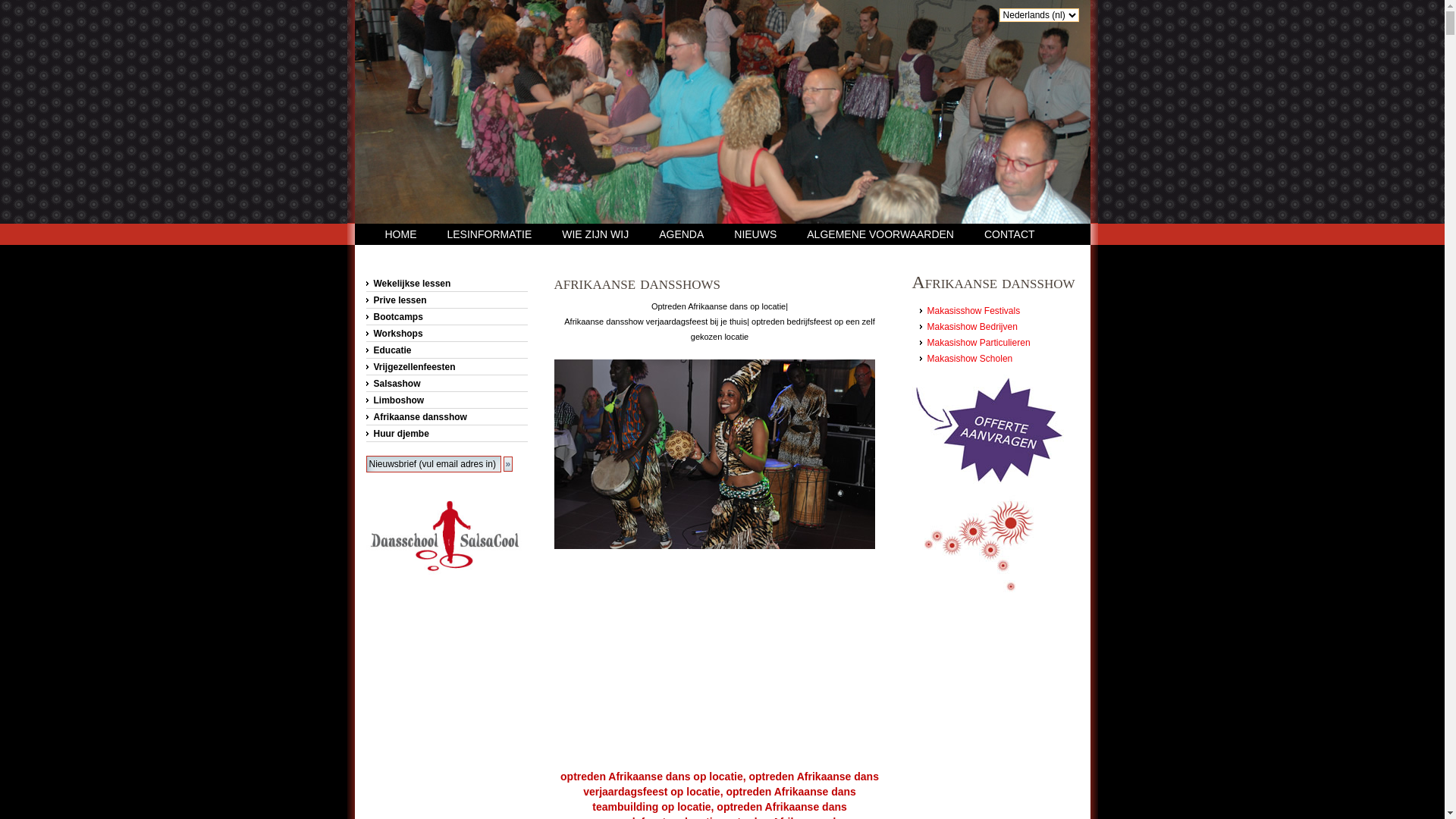 The width and height of the screenshot is (1456, 819). Describe the element at coordinates (973, 309) in the screenshot. I see `'Makasisshow Festivals'` at that location.